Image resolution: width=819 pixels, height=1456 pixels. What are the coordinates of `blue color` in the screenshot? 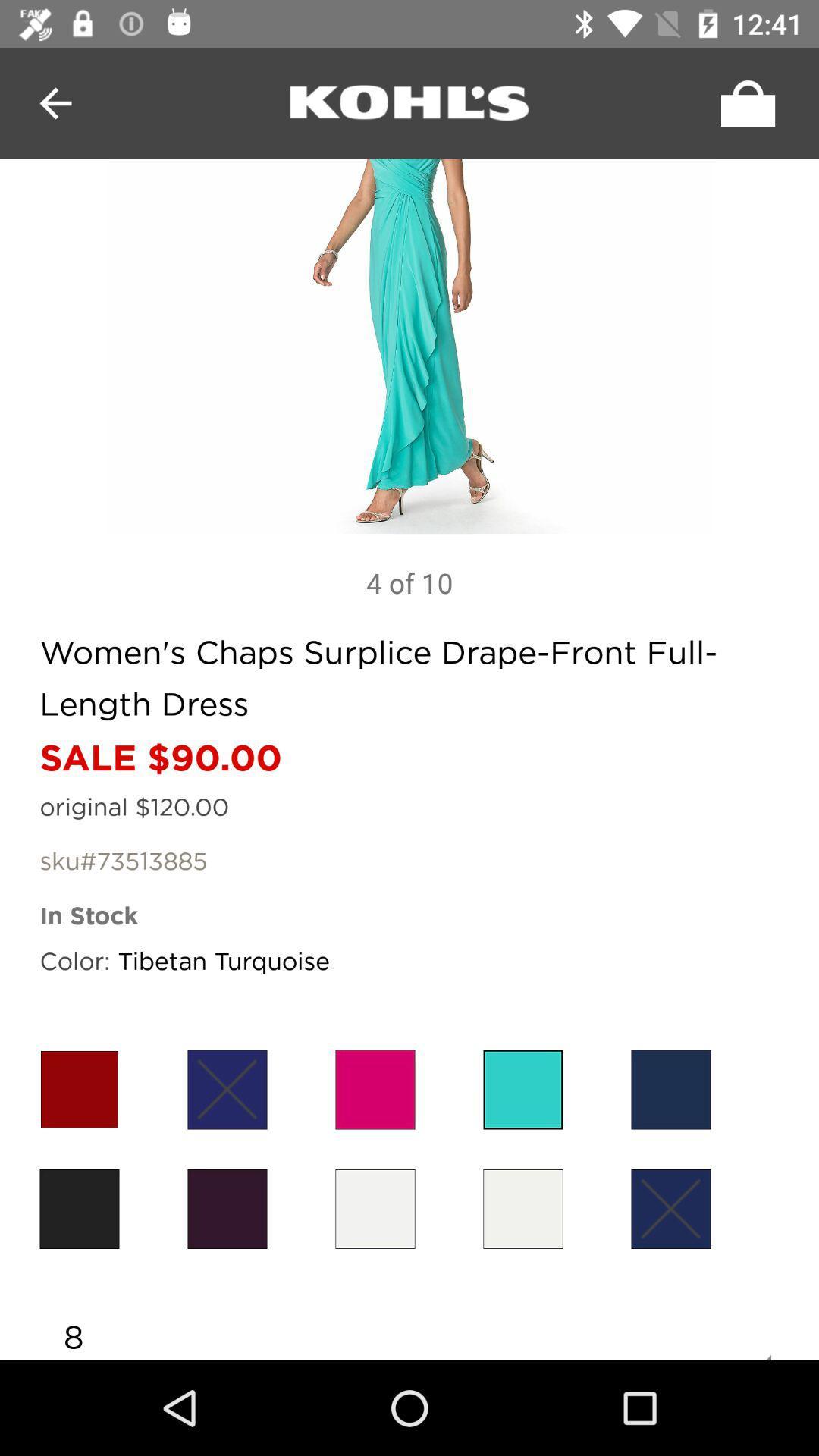 It's located at (670, 1088).